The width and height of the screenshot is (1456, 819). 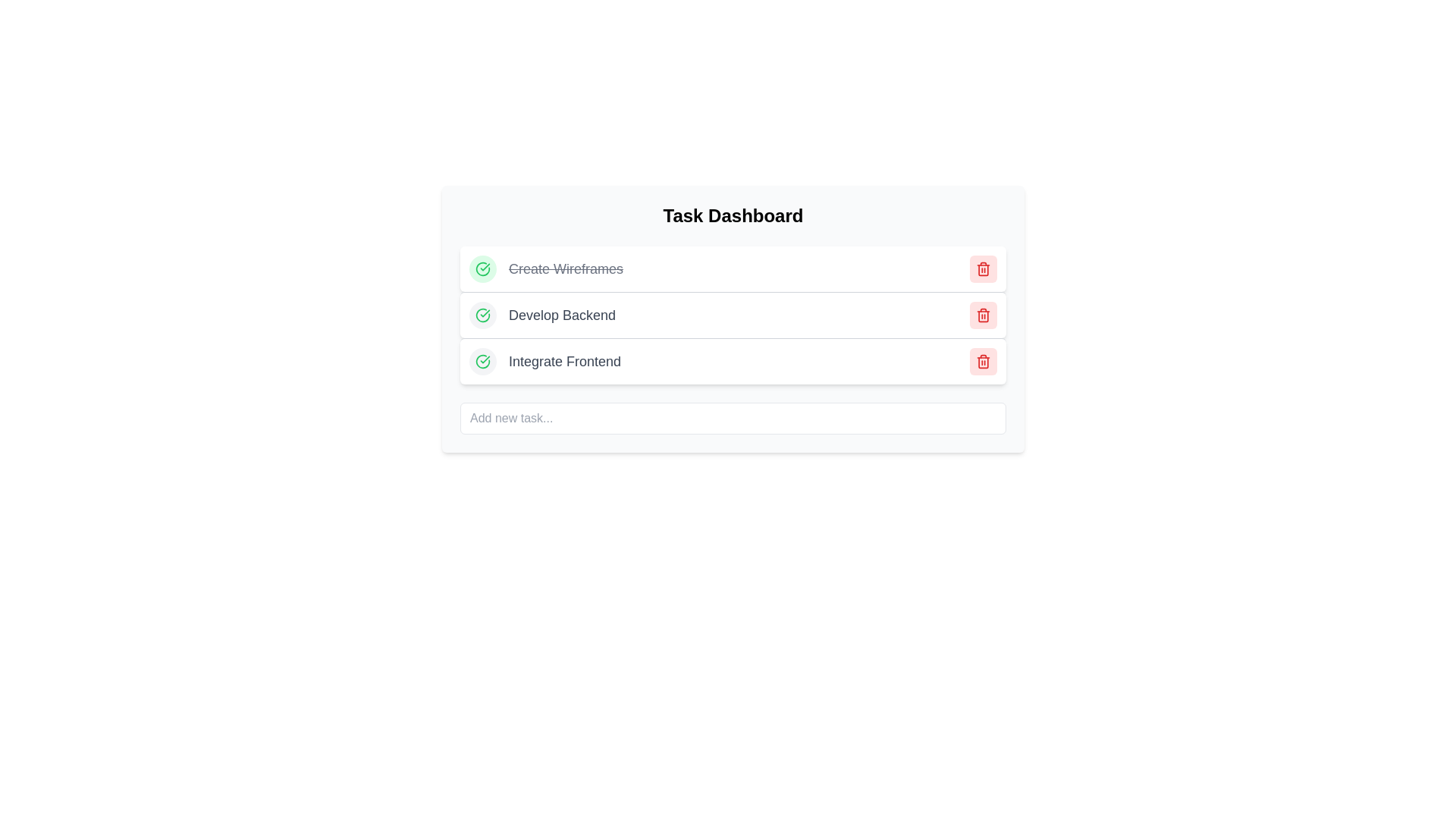 I want to click on the red trash can button located at the far right end of the row labeled 'Develop Backend' to initiate a delete action, so click(x=983, y=315).